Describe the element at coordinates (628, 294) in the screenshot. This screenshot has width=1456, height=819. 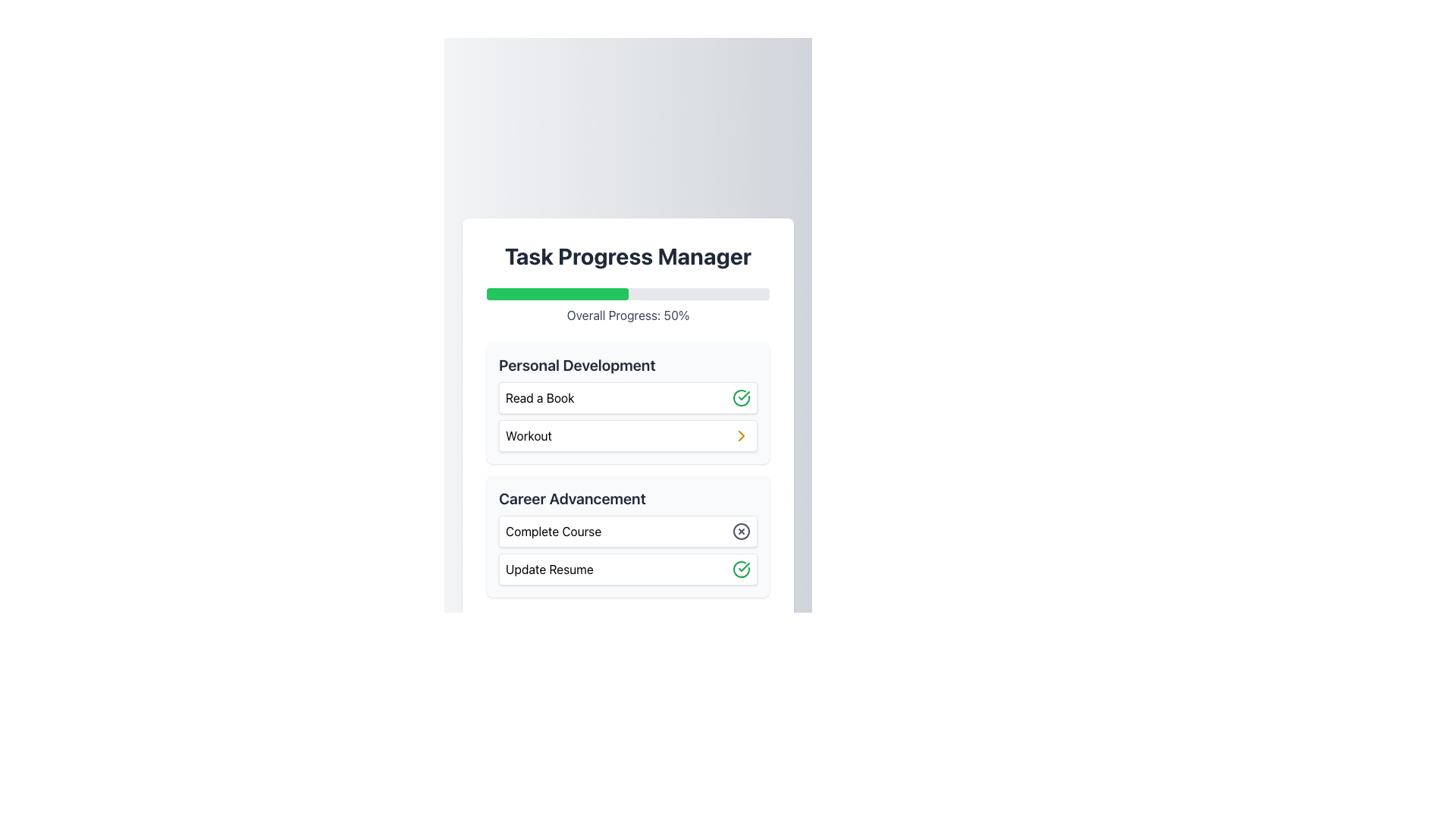
I see `the progress bar that indicates 50% completion status, located between the 'Task Progress Manager' title and the text 'Overall Progress: 50%'` at that location.